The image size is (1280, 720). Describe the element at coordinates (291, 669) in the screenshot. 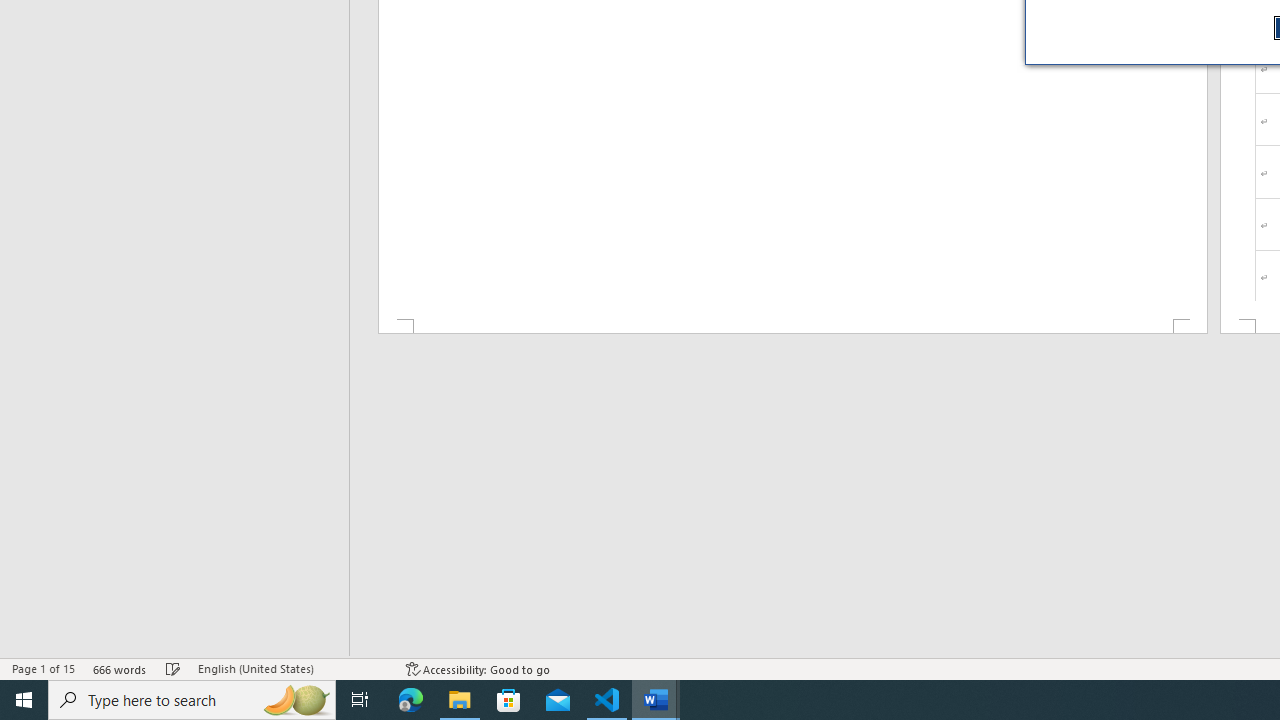

I see `'Language English (United States)'` at that location.